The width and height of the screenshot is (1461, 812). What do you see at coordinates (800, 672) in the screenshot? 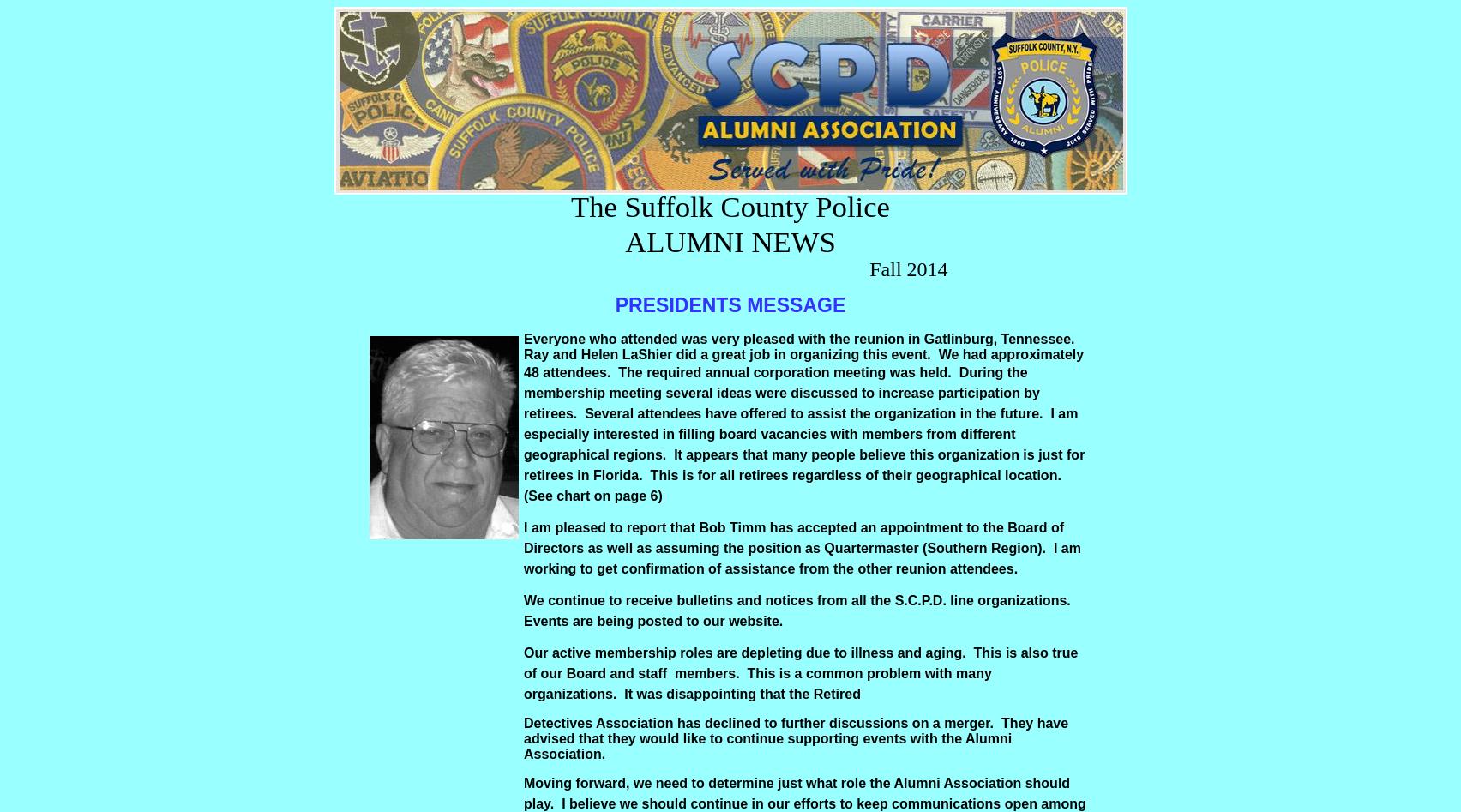
I see `'Our
active membership roles are depleting due to illness and aging. 
This is also true of our Board and staff  members.  This is a
common problem with many organizations.  It was disappointing that
the Retired'` at bounding box center [800, 672].